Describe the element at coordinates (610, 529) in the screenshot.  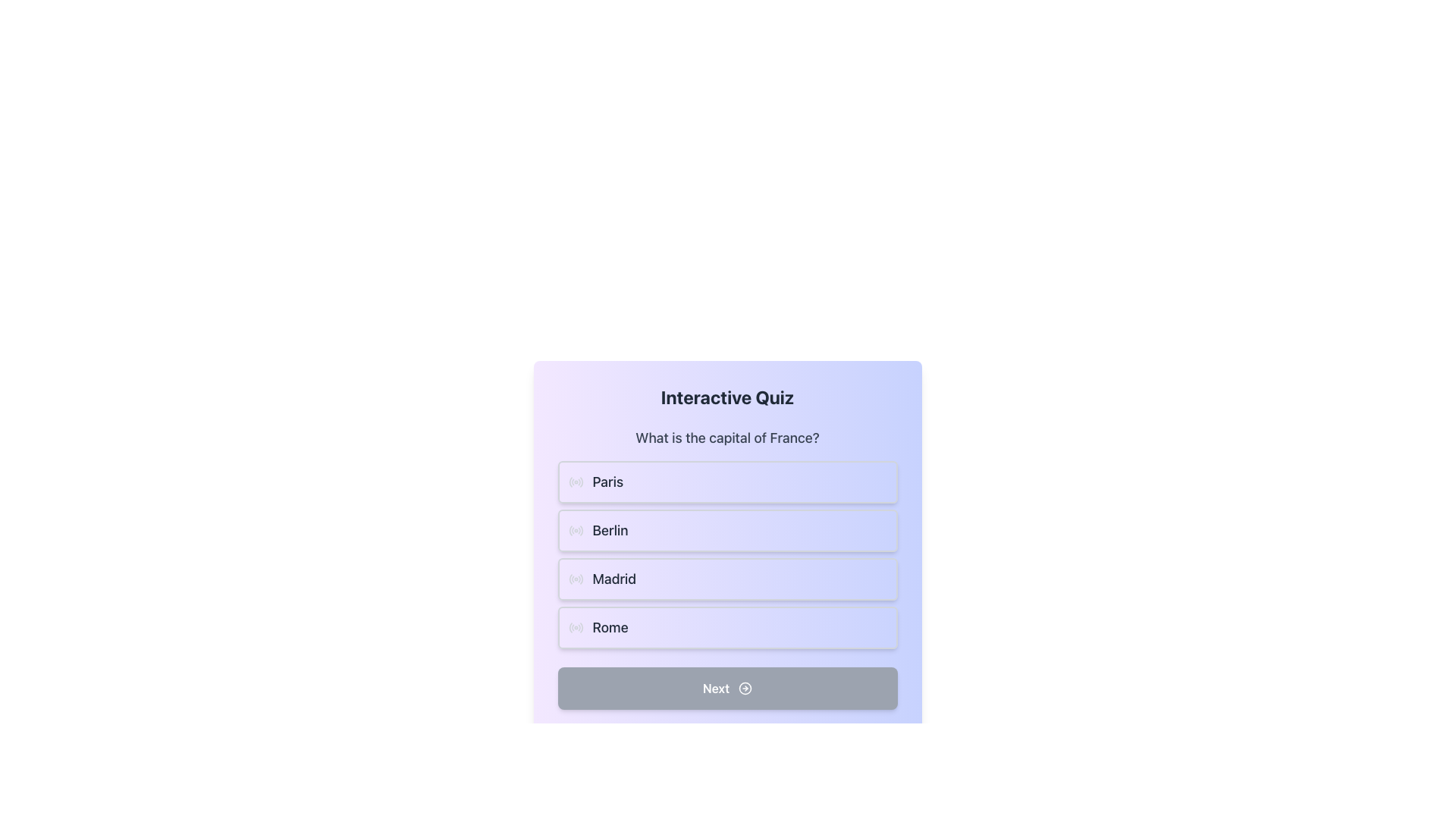
I see `the answer choice 'Berlin' in the quiz interface by clicking on it` at that location.